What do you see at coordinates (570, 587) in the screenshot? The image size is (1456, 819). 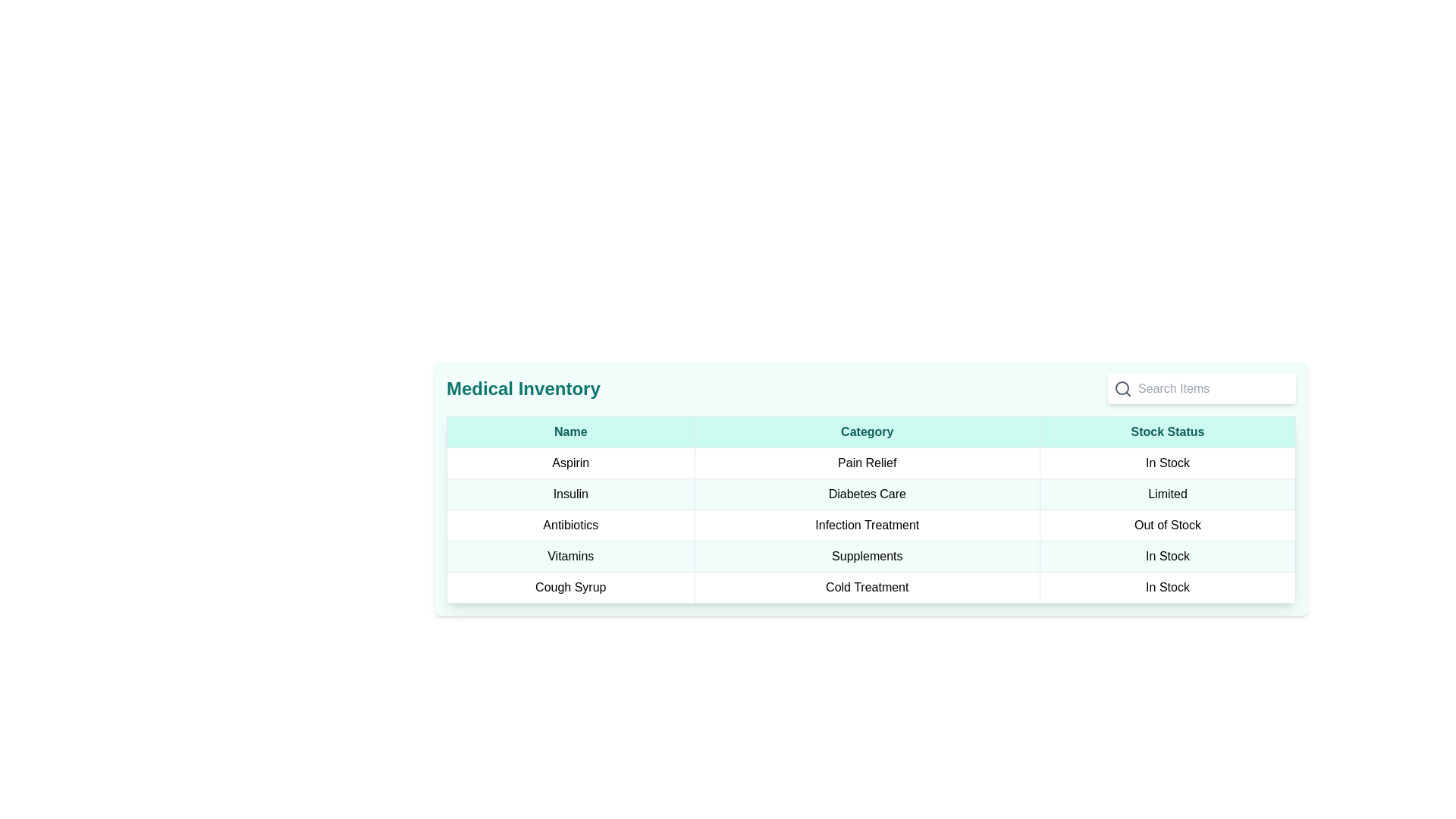 I see `the label representing the product name in the medical inventory table, located in the first column of the last row under the 'Name' column, adjacent to 'Cold Treatment' in the 'Category' column` at bounding box center [570, 587].